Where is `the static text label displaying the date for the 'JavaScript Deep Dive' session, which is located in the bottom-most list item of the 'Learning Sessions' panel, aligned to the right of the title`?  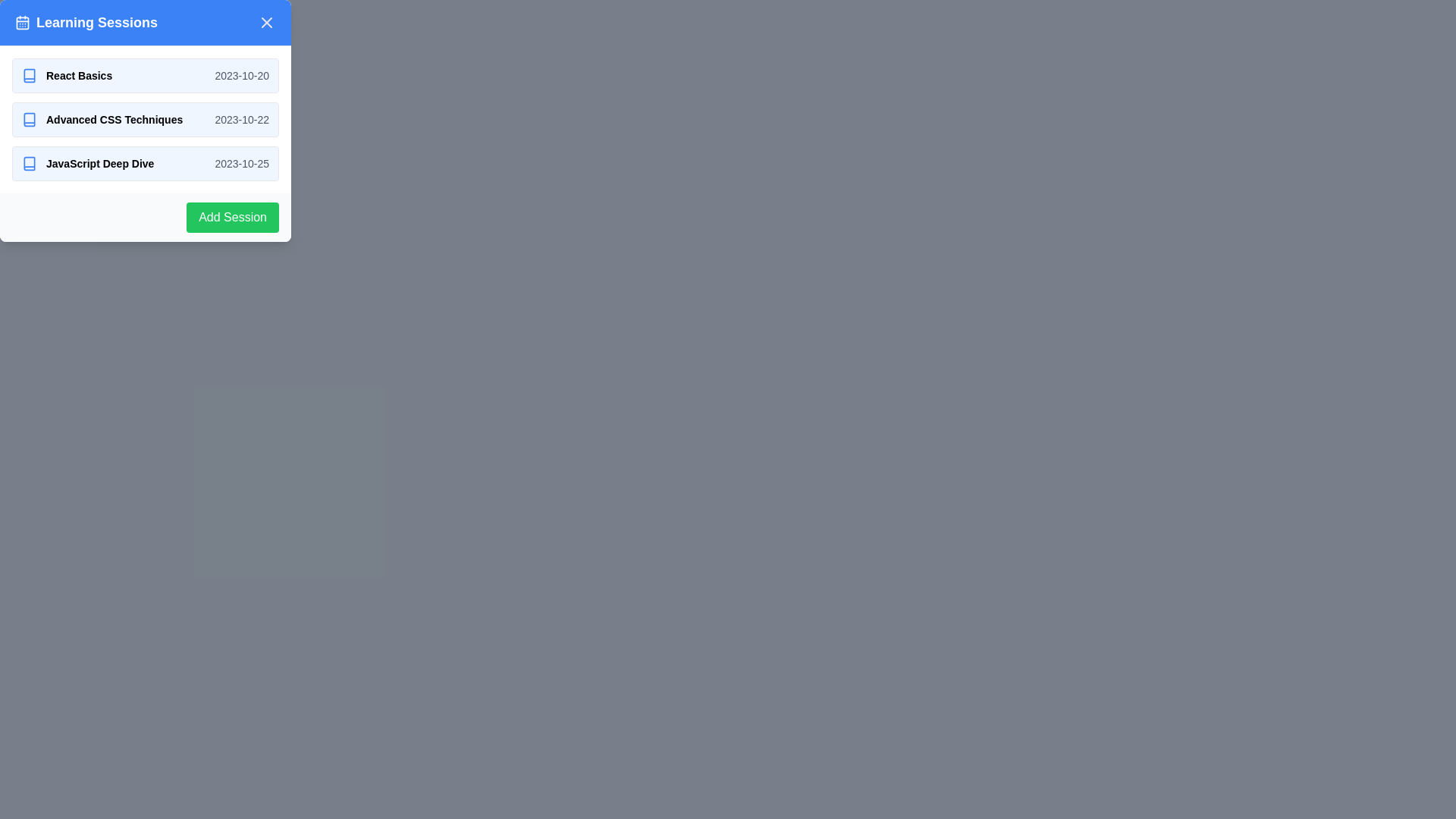
the static text label displaying the date for the 'JavaScript Deep Dive' session, which is located in the bottom-most list item of the 'Learning Sessions' panel, aligned to the right of the title is located at coordinates (241, 164).